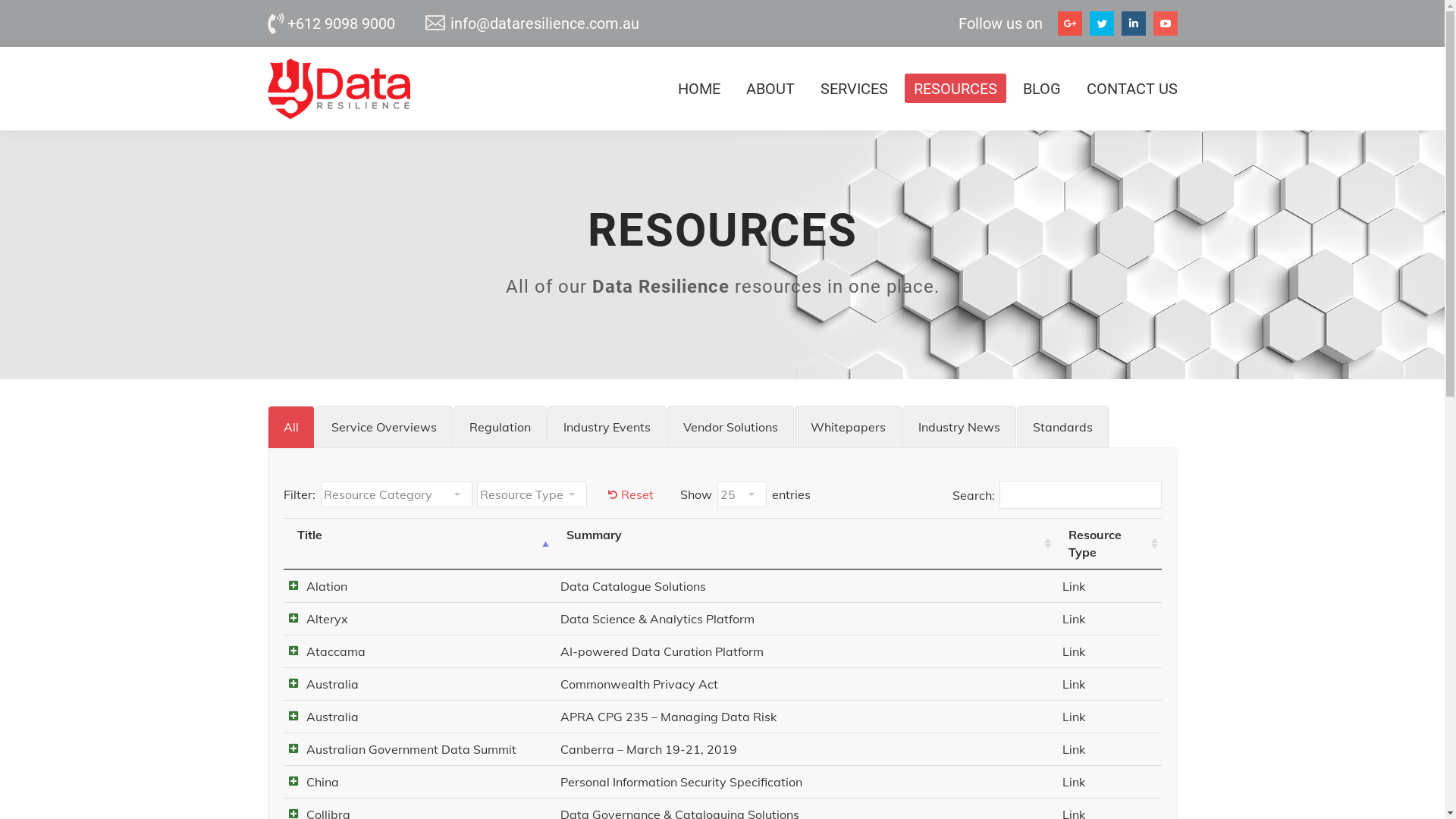 The height and width of the screenshot is (819, 1456). Describe the element at coordinates (1164, 23) in the screenshot. I see `'YouTube'` at that location.